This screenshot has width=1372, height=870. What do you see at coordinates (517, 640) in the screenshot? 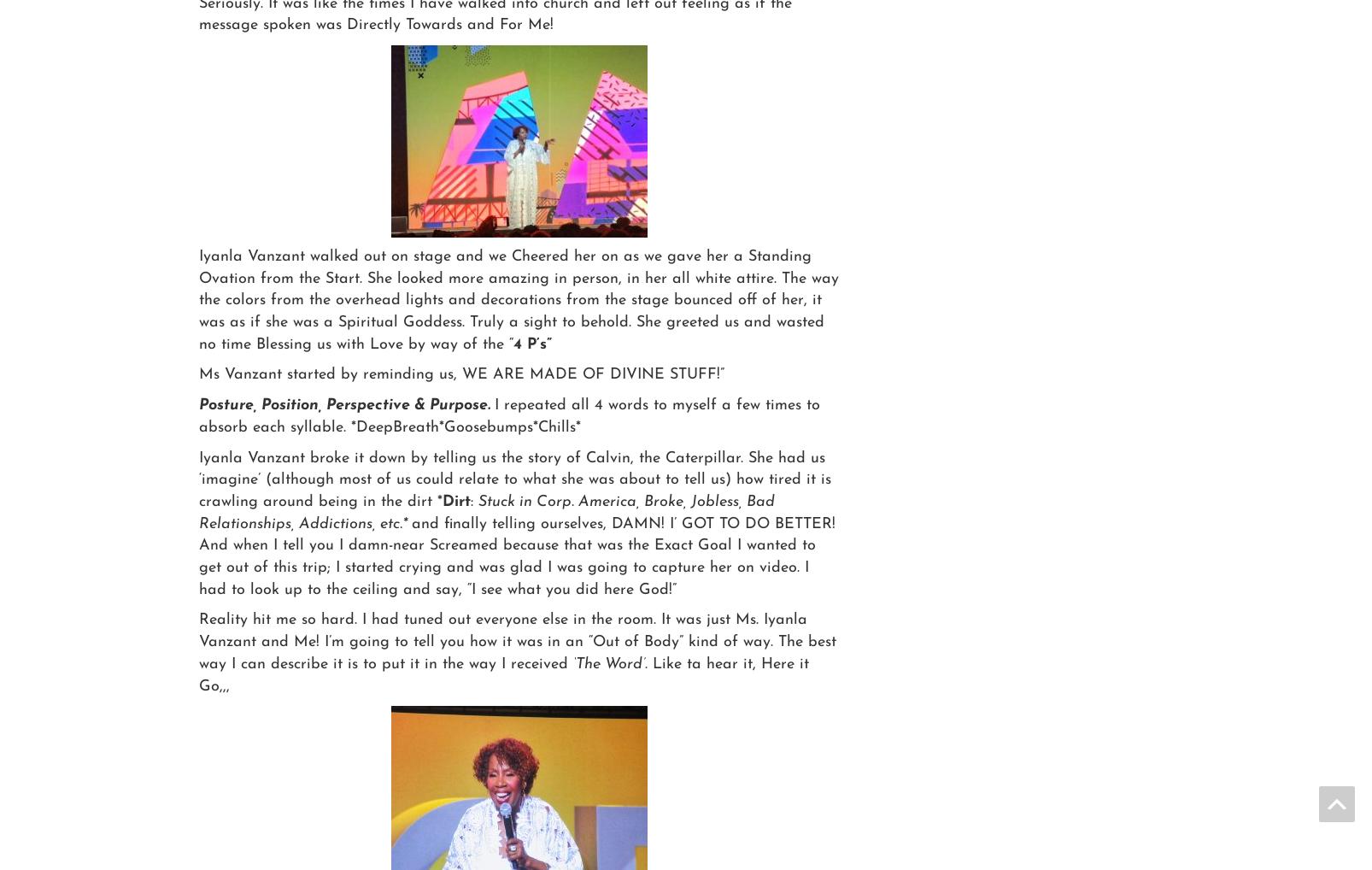
I see `'Reality hit me so hard. I had tuned out everyone else in the room. It was just Ms. Iyanla Vanzant and Me! I’m going to tell you how it was in an “Out of Body” kind of way. The best way I can describe it is to put it in the way I received'` at bounding box center [517, 640].